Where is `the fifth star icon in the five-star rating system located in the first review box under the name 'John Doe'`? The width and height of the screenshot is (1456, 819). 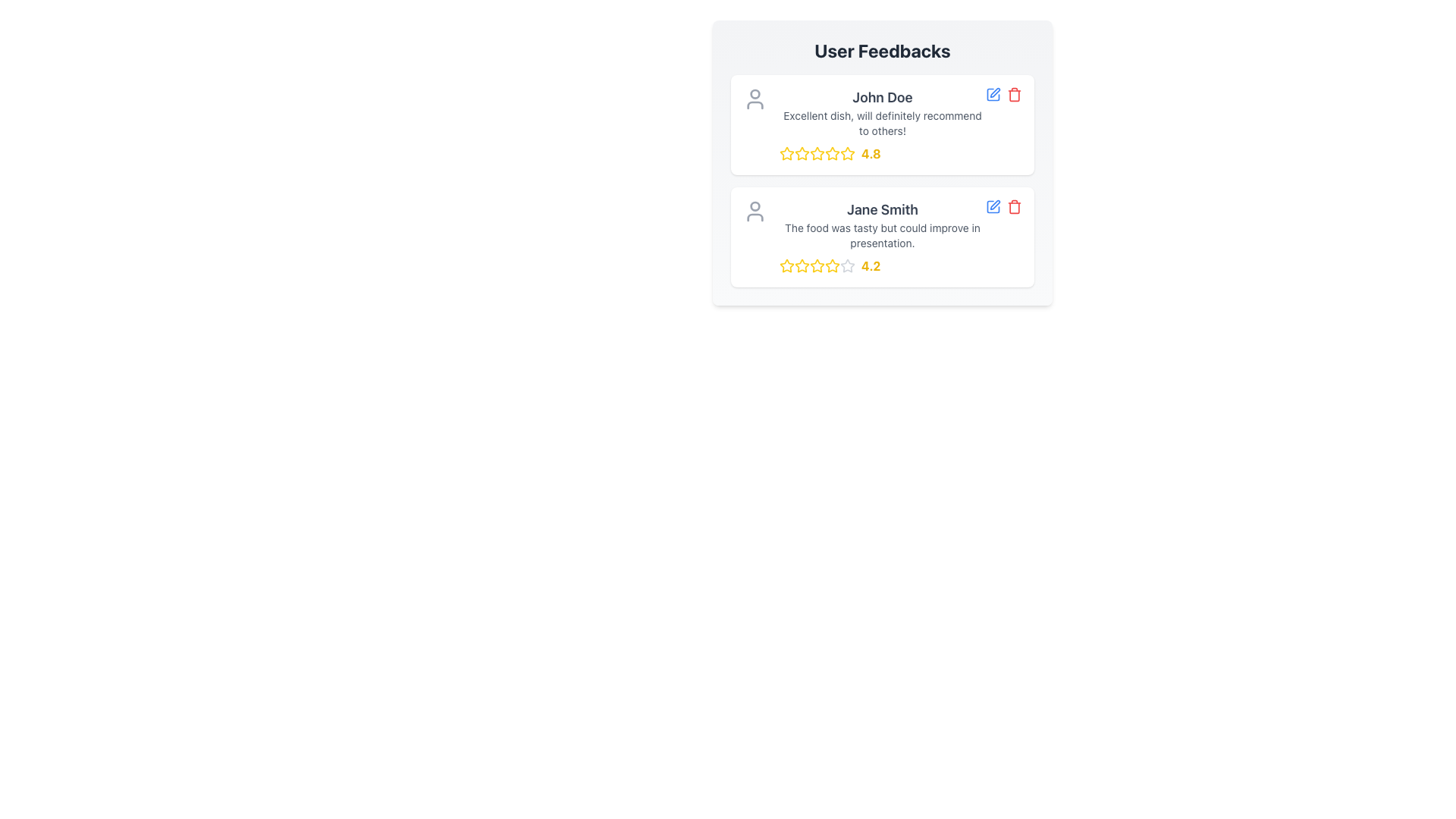 the fifth star icon in the five-star rating system located in the first review box under the name 'John Doe' is located at coordinates (847, 154).